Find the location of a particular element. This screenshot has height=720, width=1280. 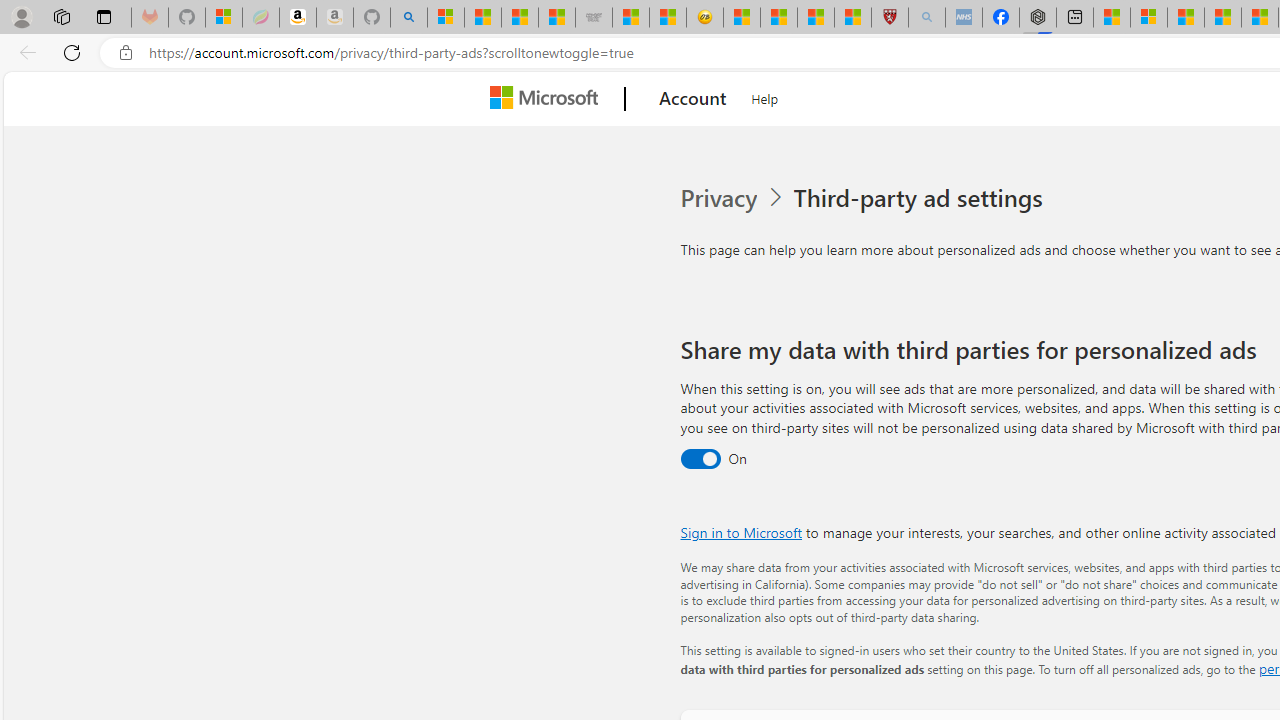

'Account' is located at coordinates (693, 99).